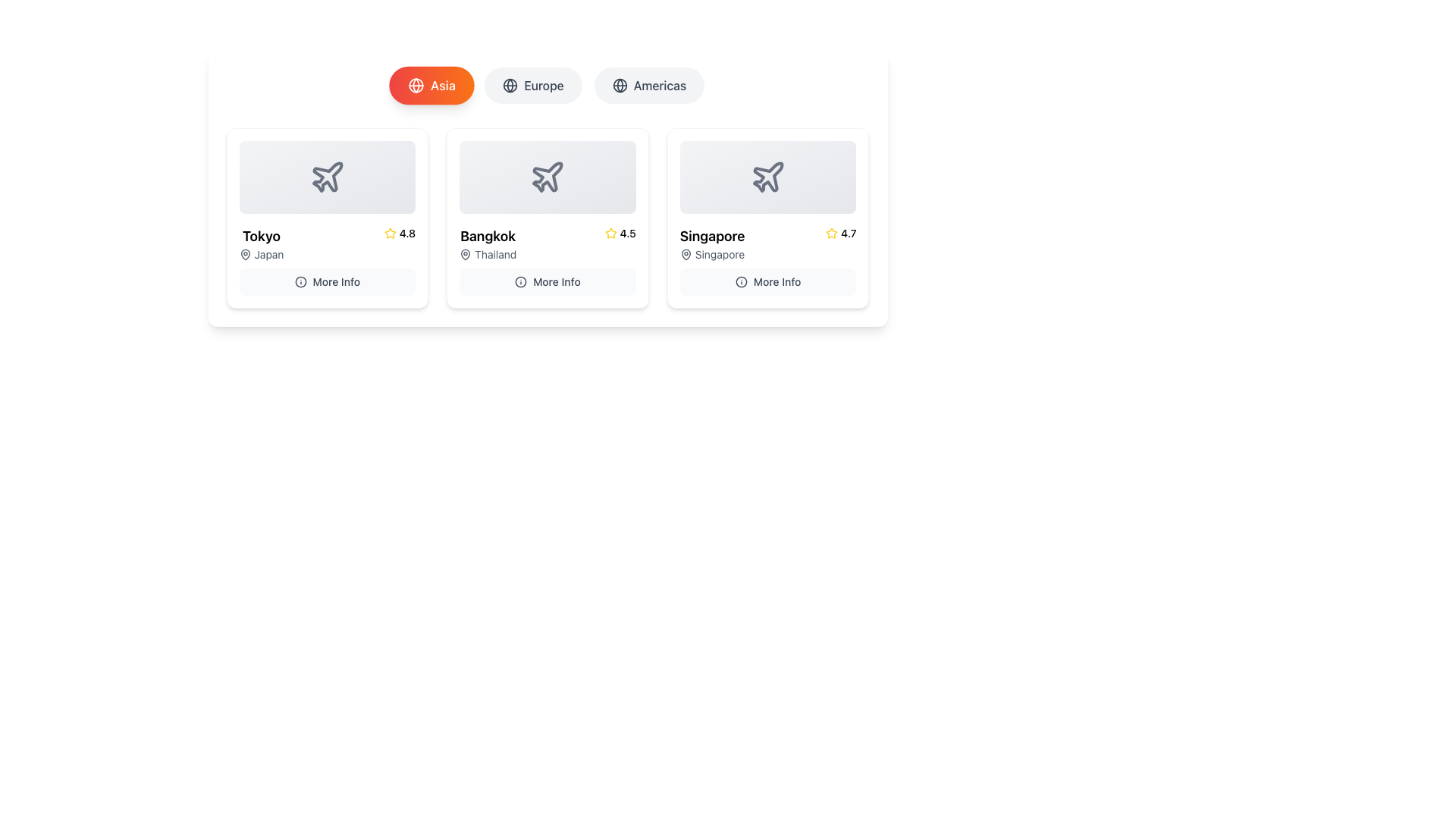 The image size is (1456, 819). What do you see at coordinates (510, 85) in the screenshot?
I see `the decorative vector graphic component that represents a globe next to the 'Asia' category button, located in the top-left section of the category buttons row` at bounding box center [510, 85].